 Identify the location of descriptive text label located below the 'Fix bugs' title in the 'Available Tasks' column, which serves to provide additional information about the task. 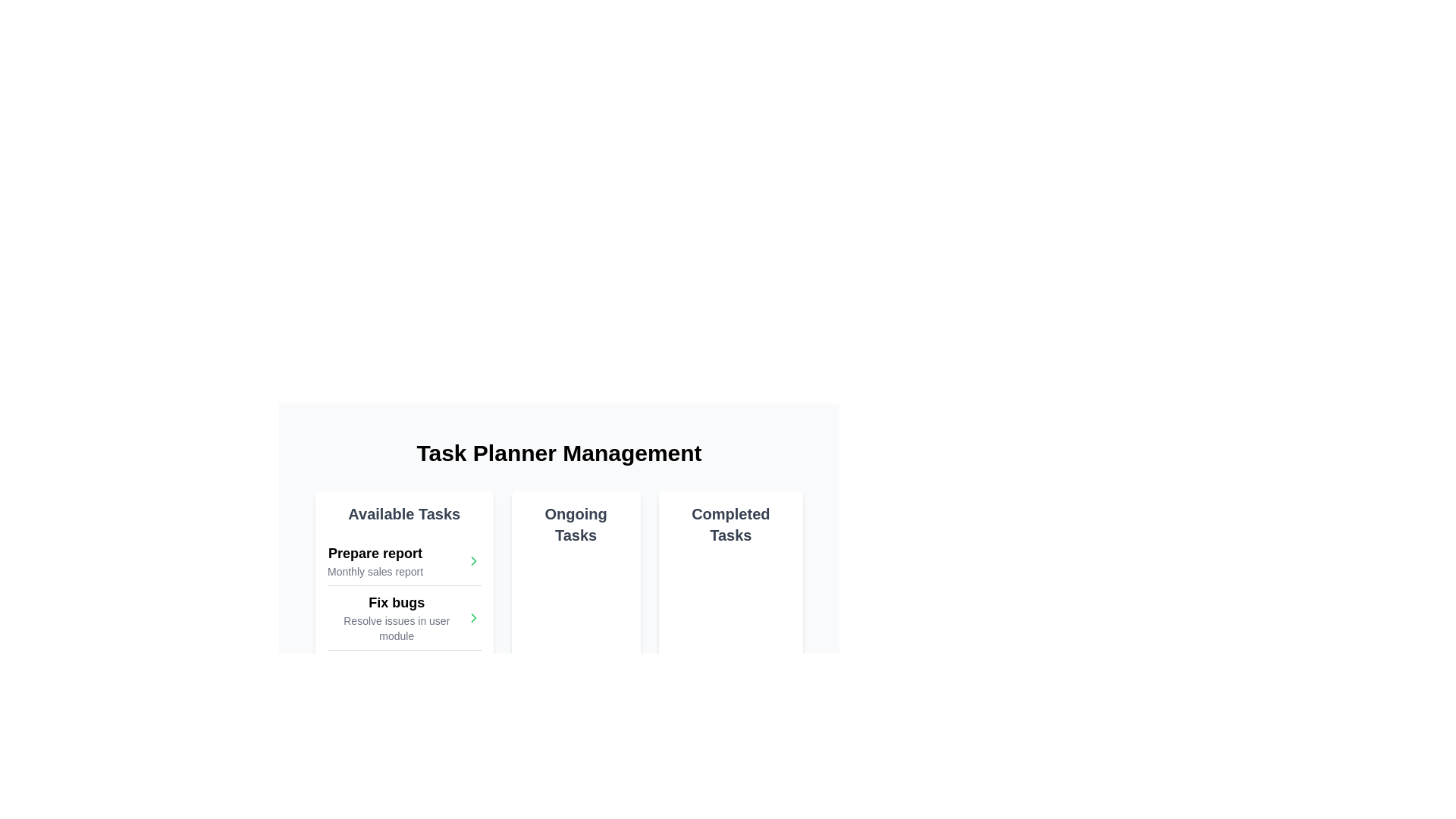
(397, 629).